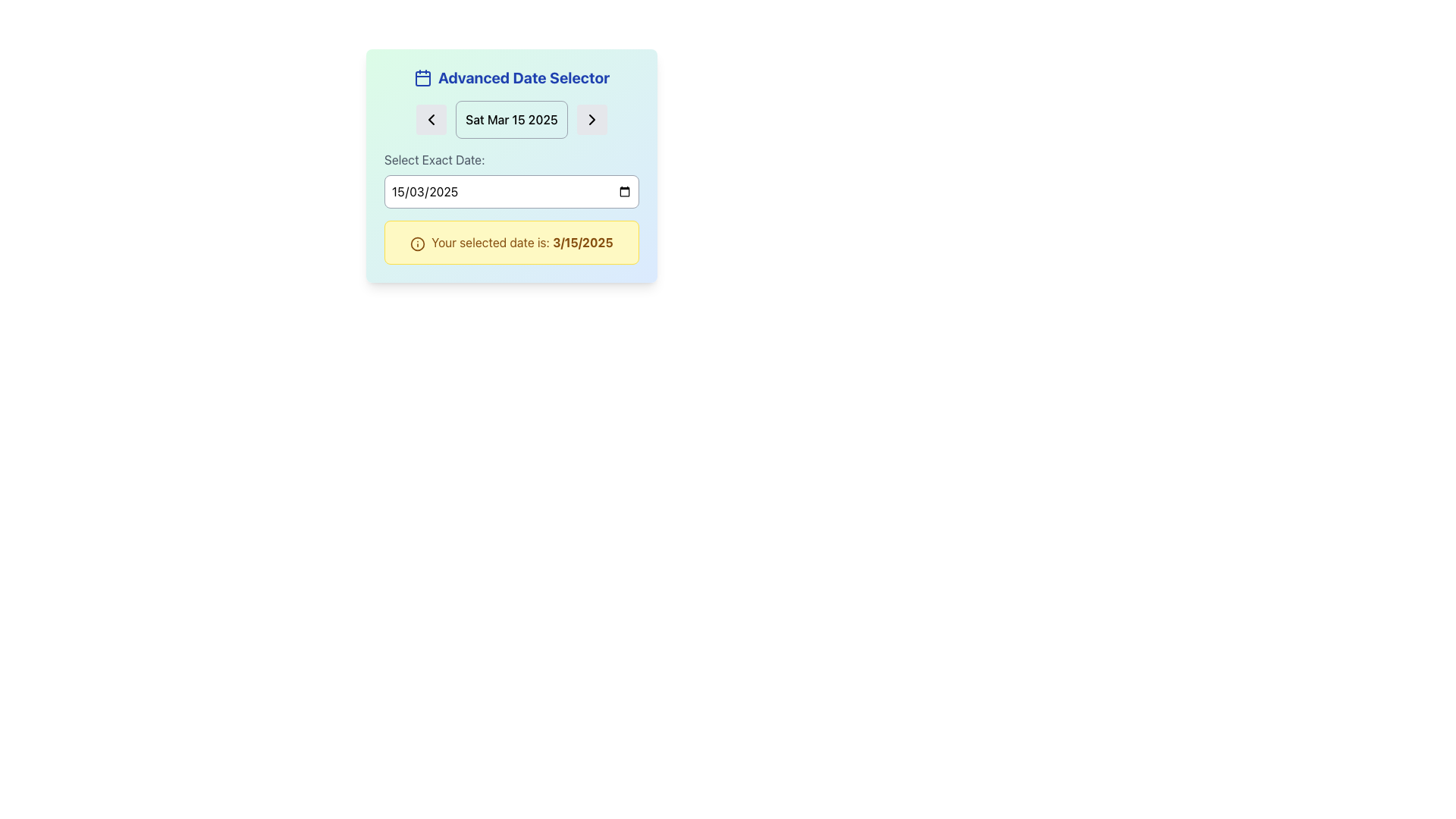 This screenshot has height=819, width=1456. I want to click on the label that says 'Select Exact Date:' which is styled in gray font color and positioned above the date input field, so click(434, 160).